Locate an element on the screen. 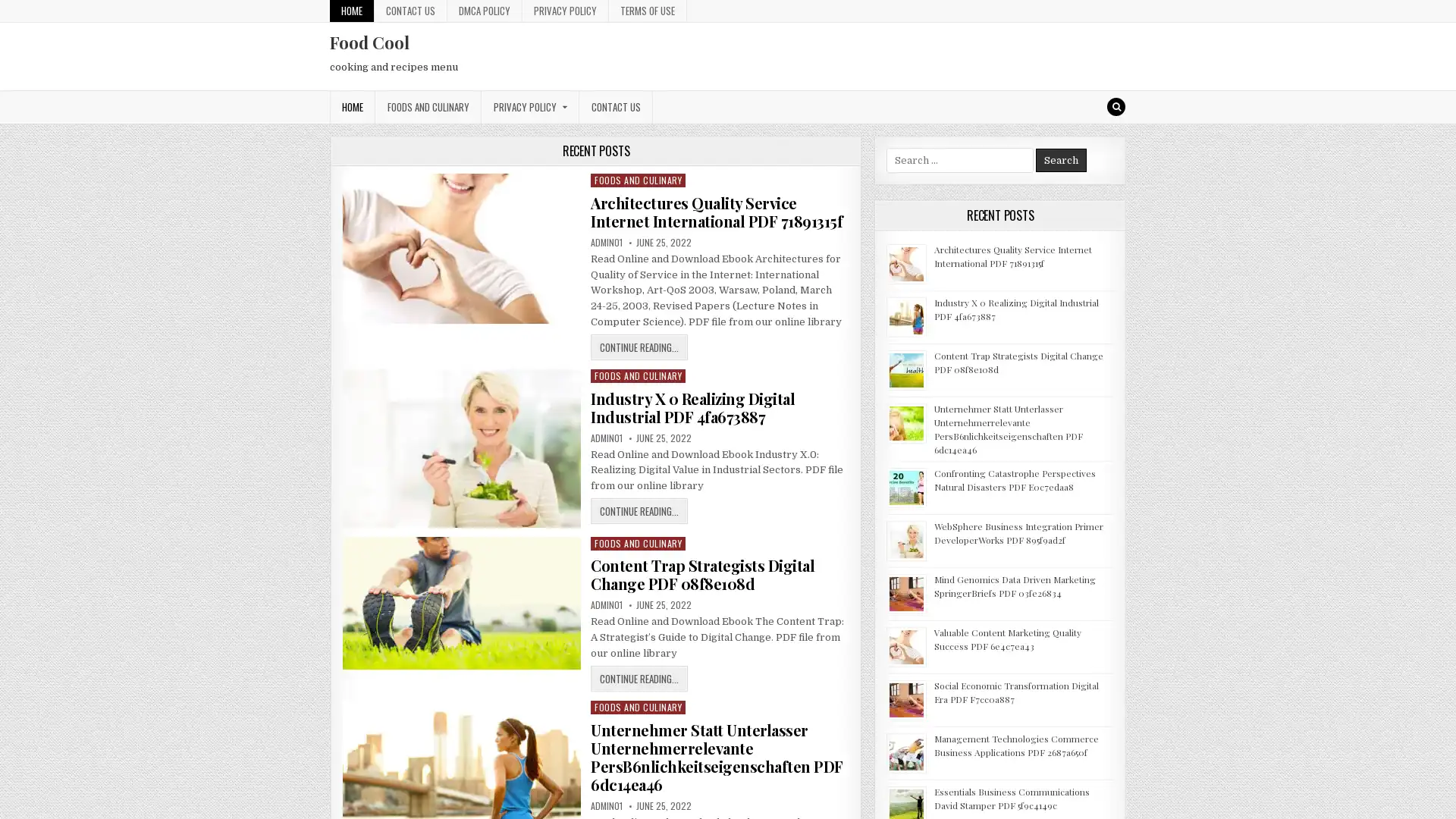 This screenshot has width=1456, height=819. Search is located at coordinates (1060, 160).